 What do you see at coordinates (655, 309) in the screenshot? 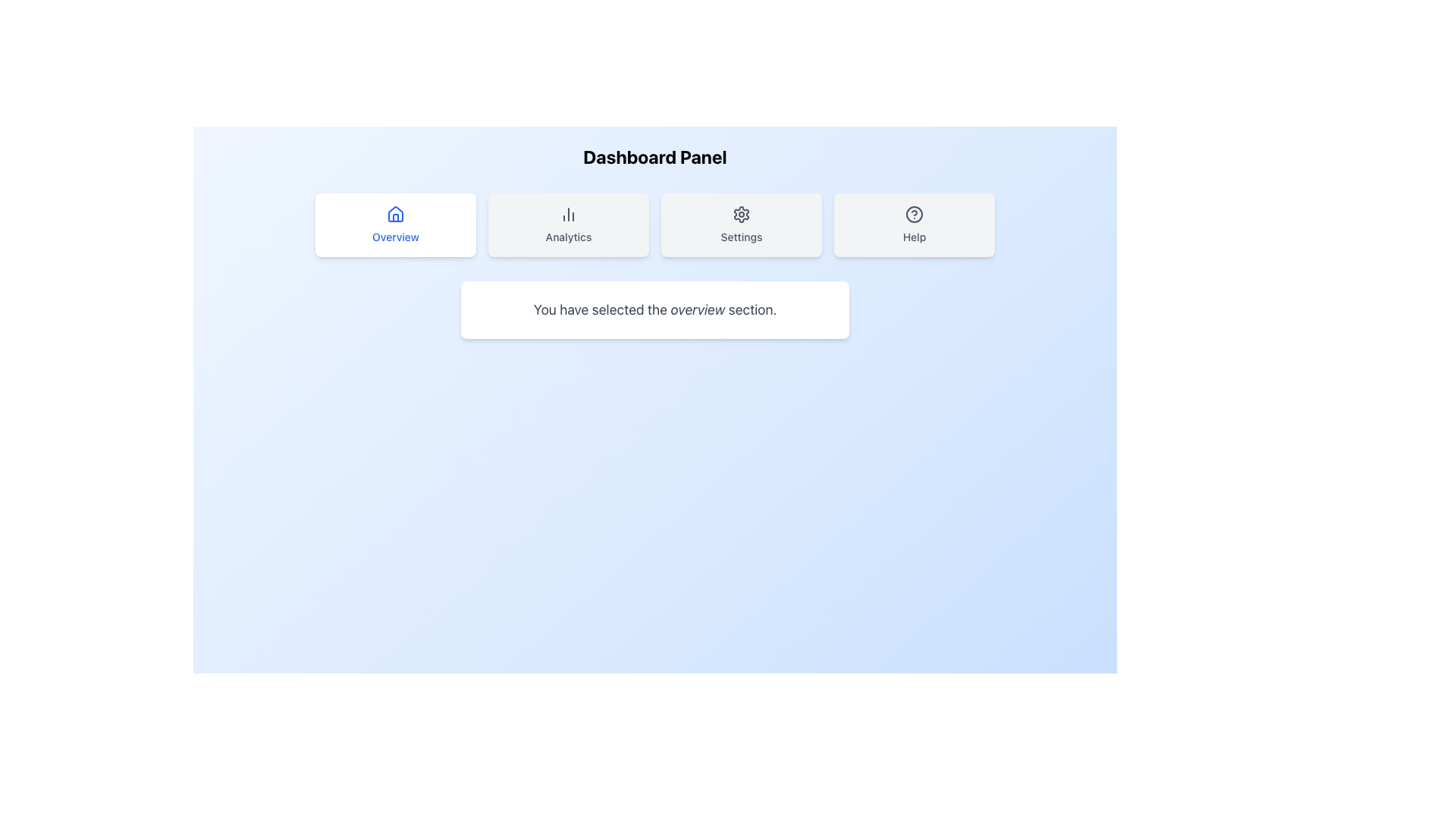
I see `the Information Box with the message 'You have selected the overview section.' which is centrally aligned under the navigation items in the Dashboard Panel` at bounding box center [655, 309].